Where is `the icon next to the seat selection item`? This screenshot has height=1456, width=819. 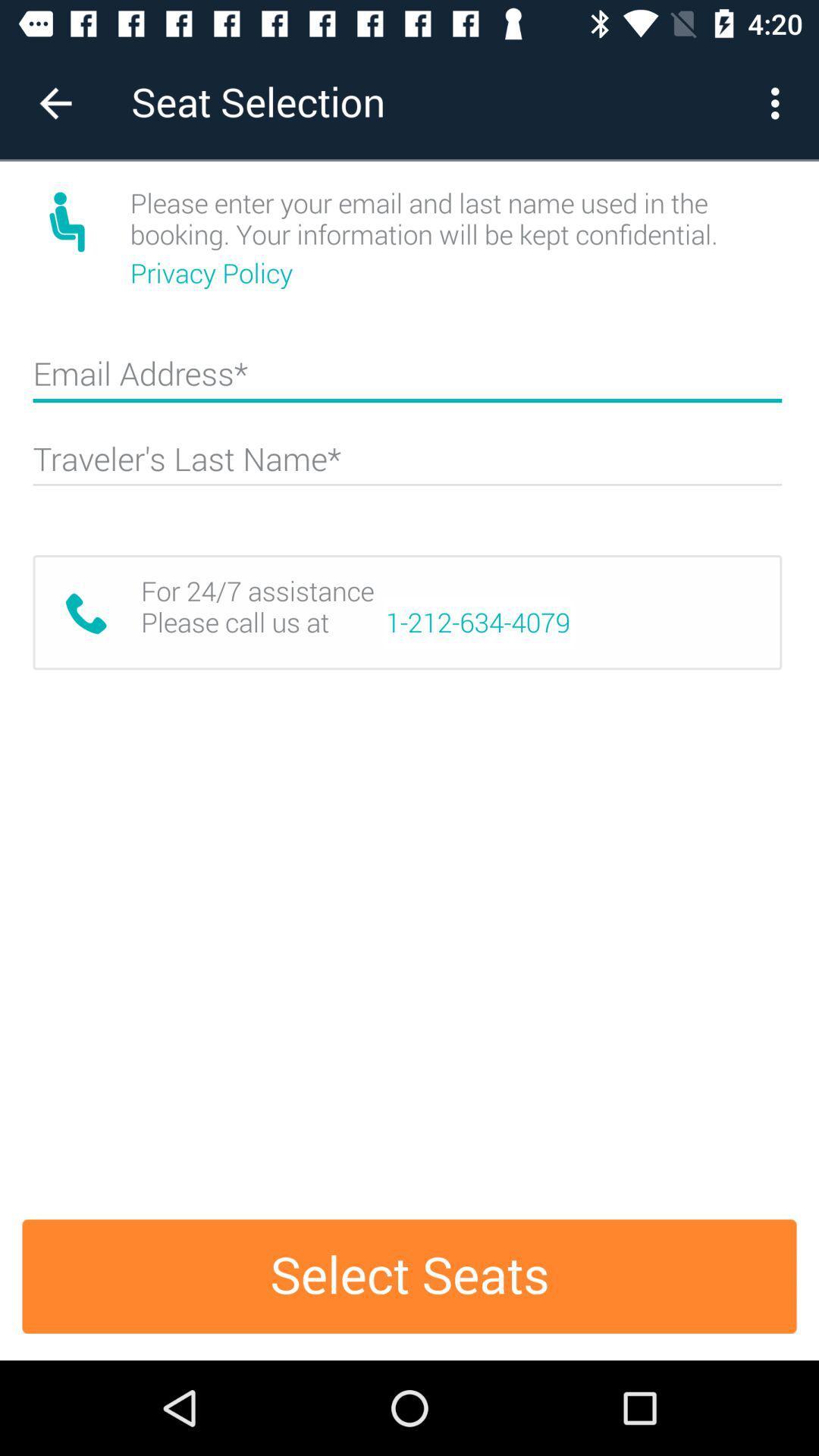 the icon next to the seat selection item is located at coordinates (779, 102).